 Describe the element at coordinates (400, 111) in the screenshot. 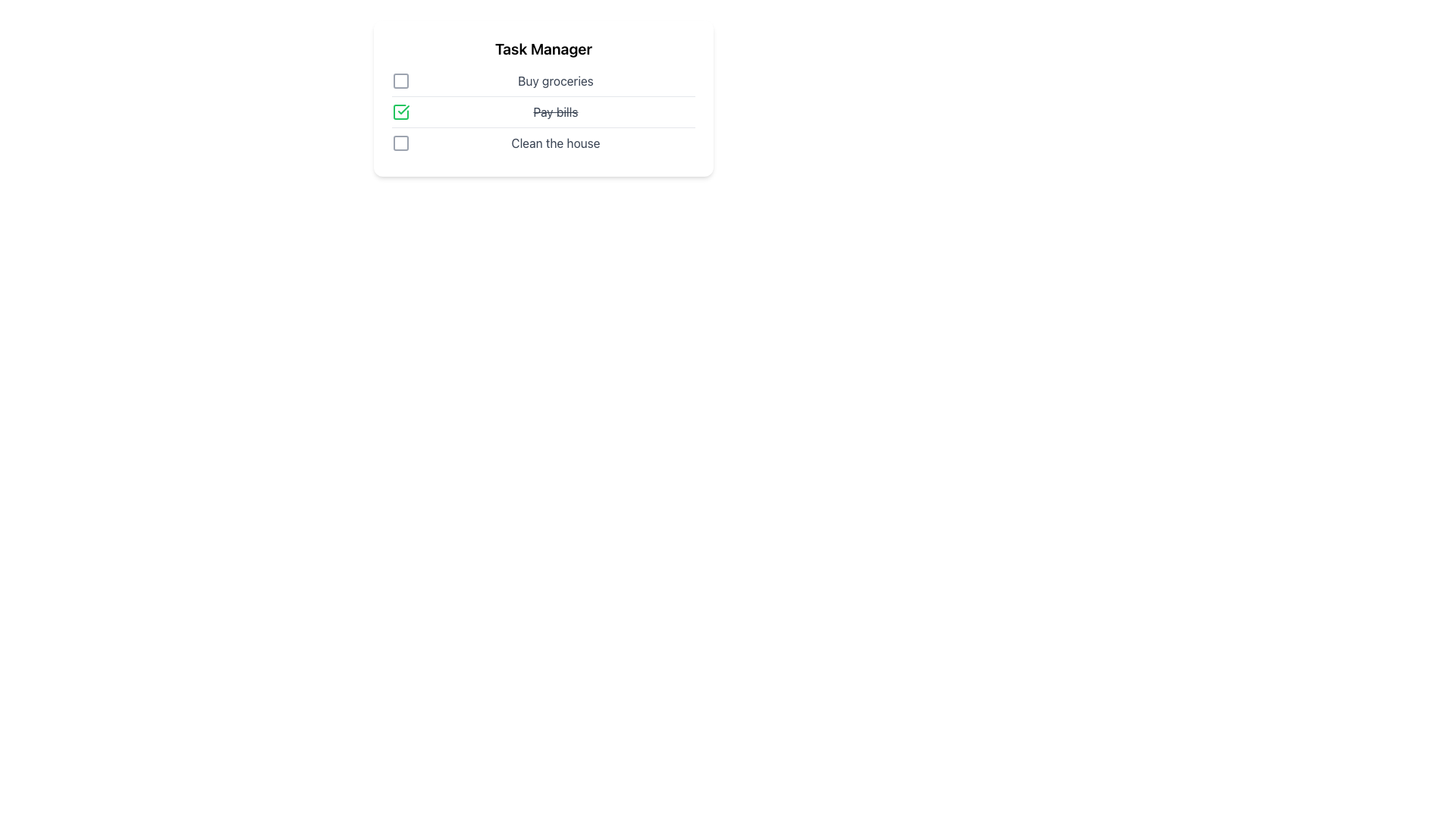

I see `the 'Pay bills' checkbox` at that location.